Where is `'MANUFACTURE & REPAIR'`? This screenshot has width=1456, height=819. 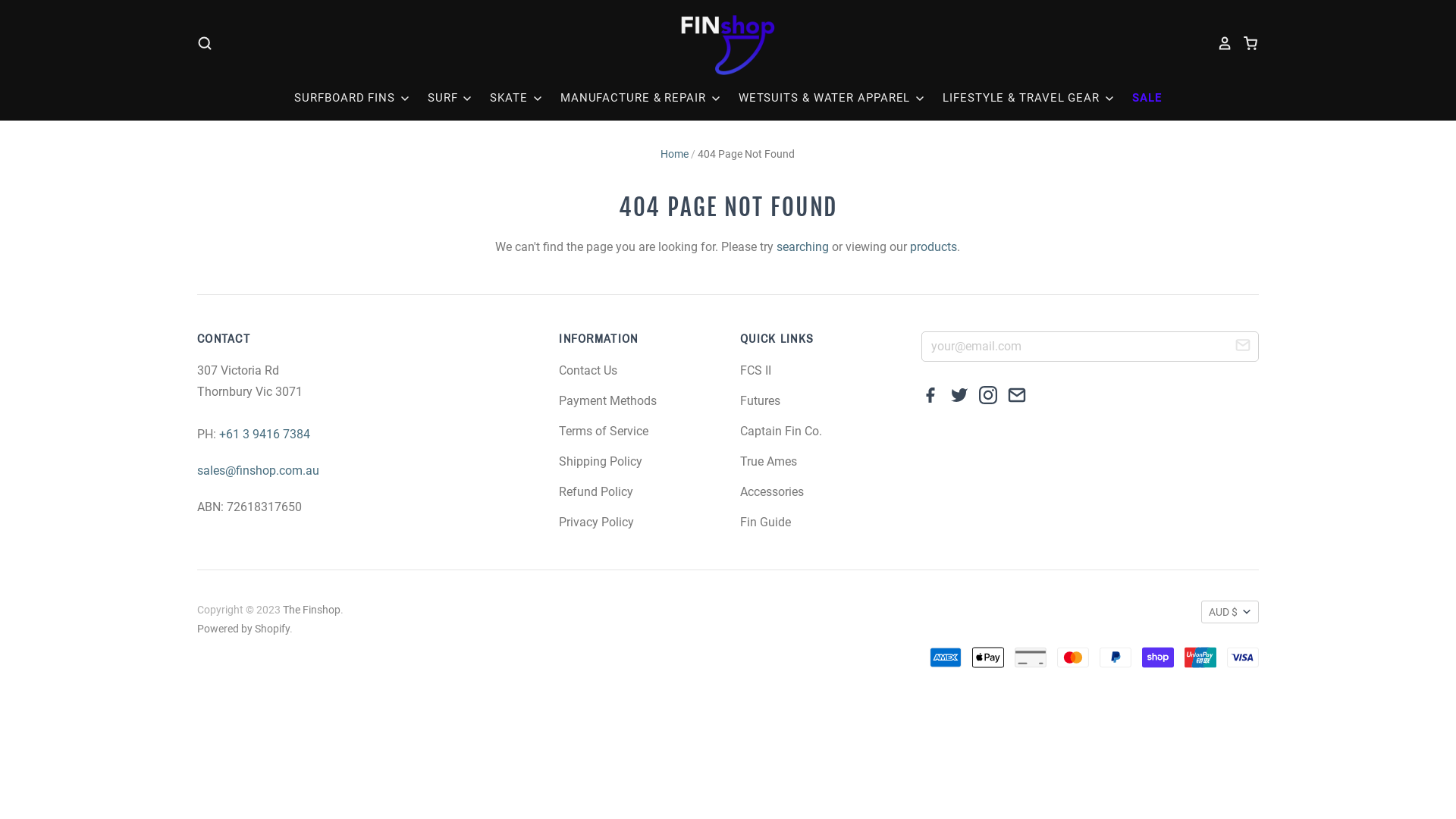
'MANUFACTURE & REPAIR' is located at coordinates (633, 97).